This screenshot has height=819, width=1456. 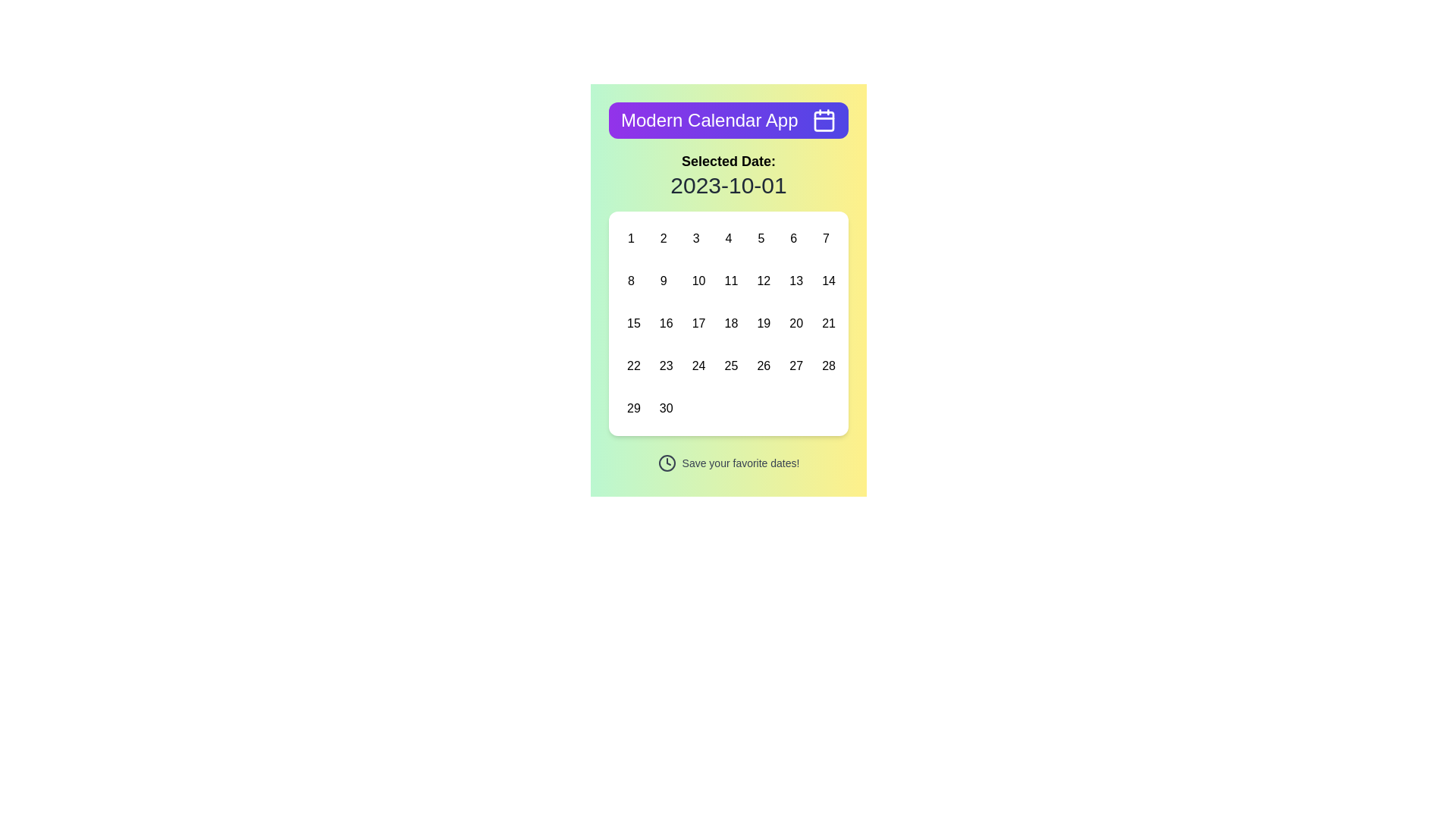 I want to click on the central SVG circle element of the clock icon, which has a green background and is located below the calendar grid, so click(x=667, y=462).